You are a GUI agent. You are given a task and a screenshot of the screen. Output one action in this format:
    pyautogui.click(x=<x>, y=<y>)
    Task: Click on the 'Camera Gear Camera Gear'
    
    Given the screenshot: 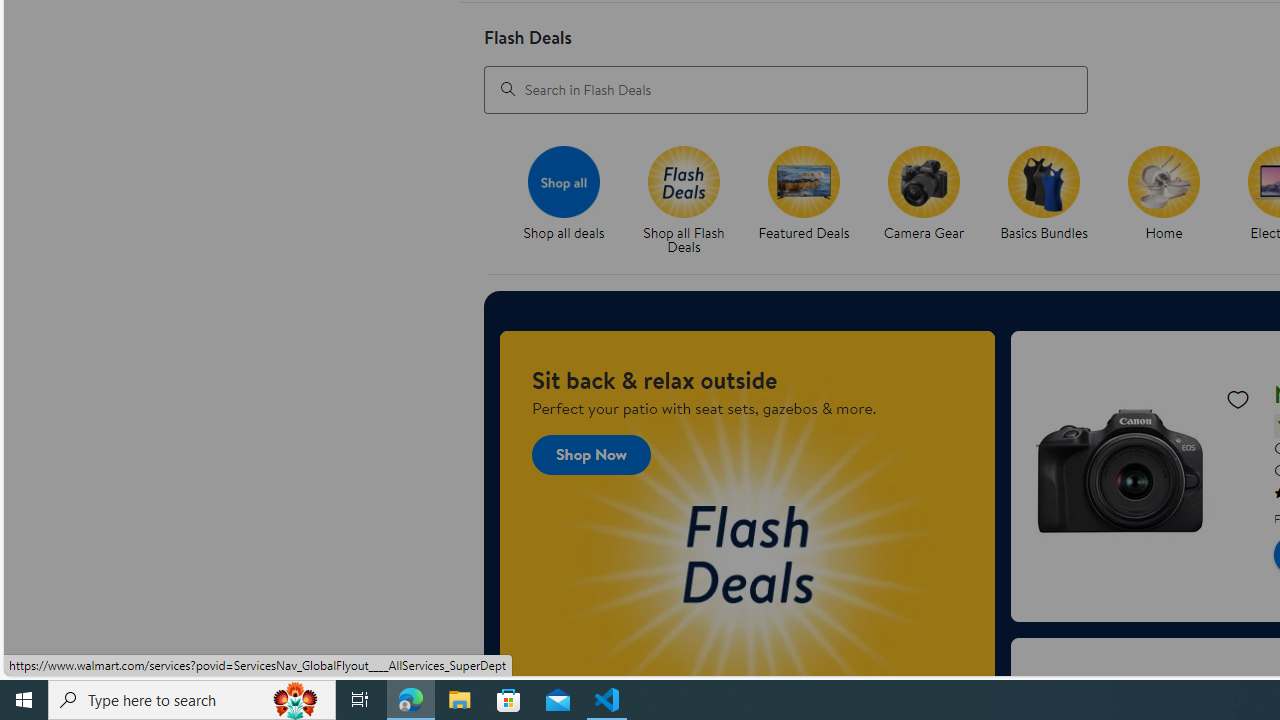 What is the action you would take?
    pyautogui.click(x=922, y=194)
    